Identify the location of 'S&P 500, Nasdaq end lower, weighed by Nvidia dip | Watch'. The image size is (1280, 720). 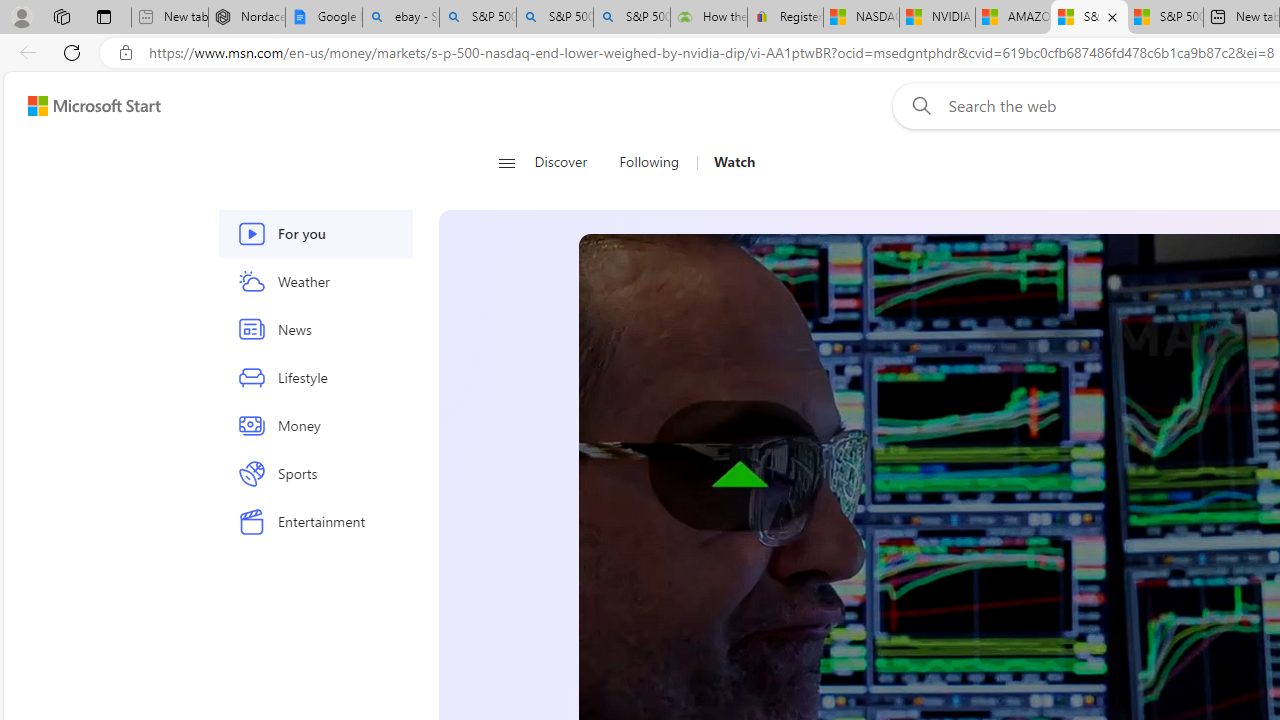
(1165, 17).